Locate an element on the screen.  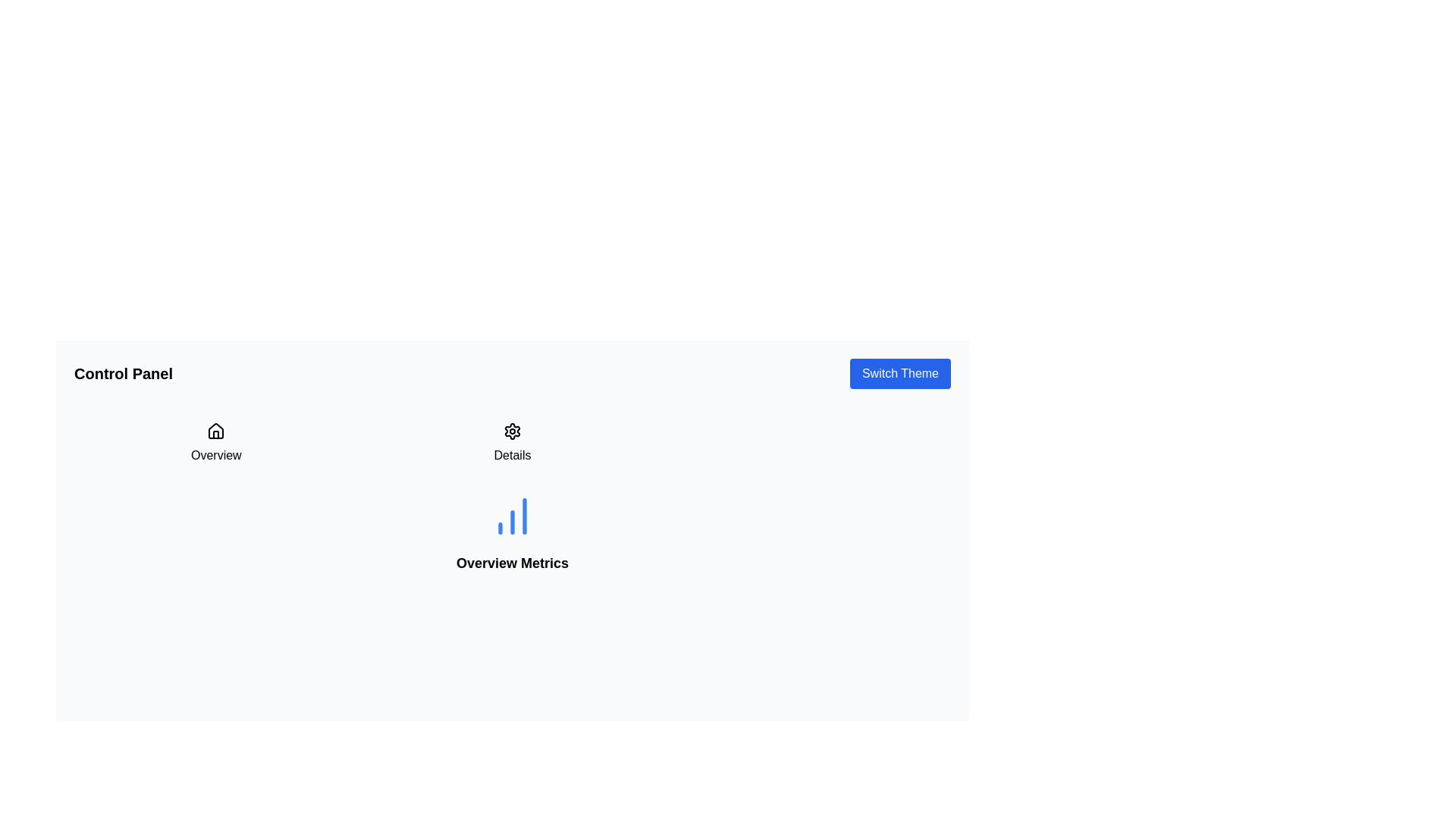
roof part of the house icon in the 'Overview' navigation option by clicking on it is located at coordinates (215, 431).